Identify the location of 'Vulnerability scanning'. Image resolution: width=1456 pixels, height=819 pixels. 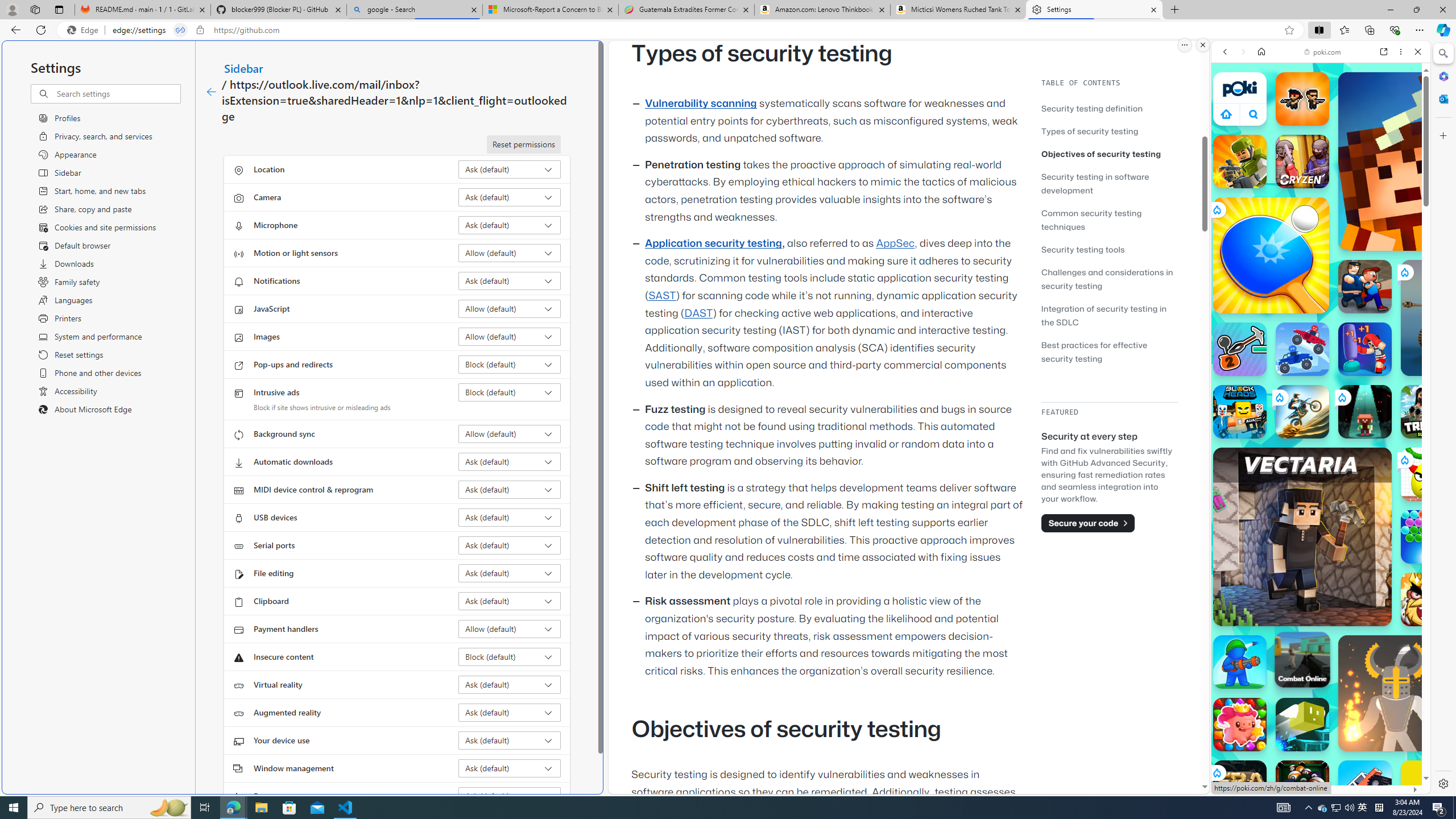
(700, 103).